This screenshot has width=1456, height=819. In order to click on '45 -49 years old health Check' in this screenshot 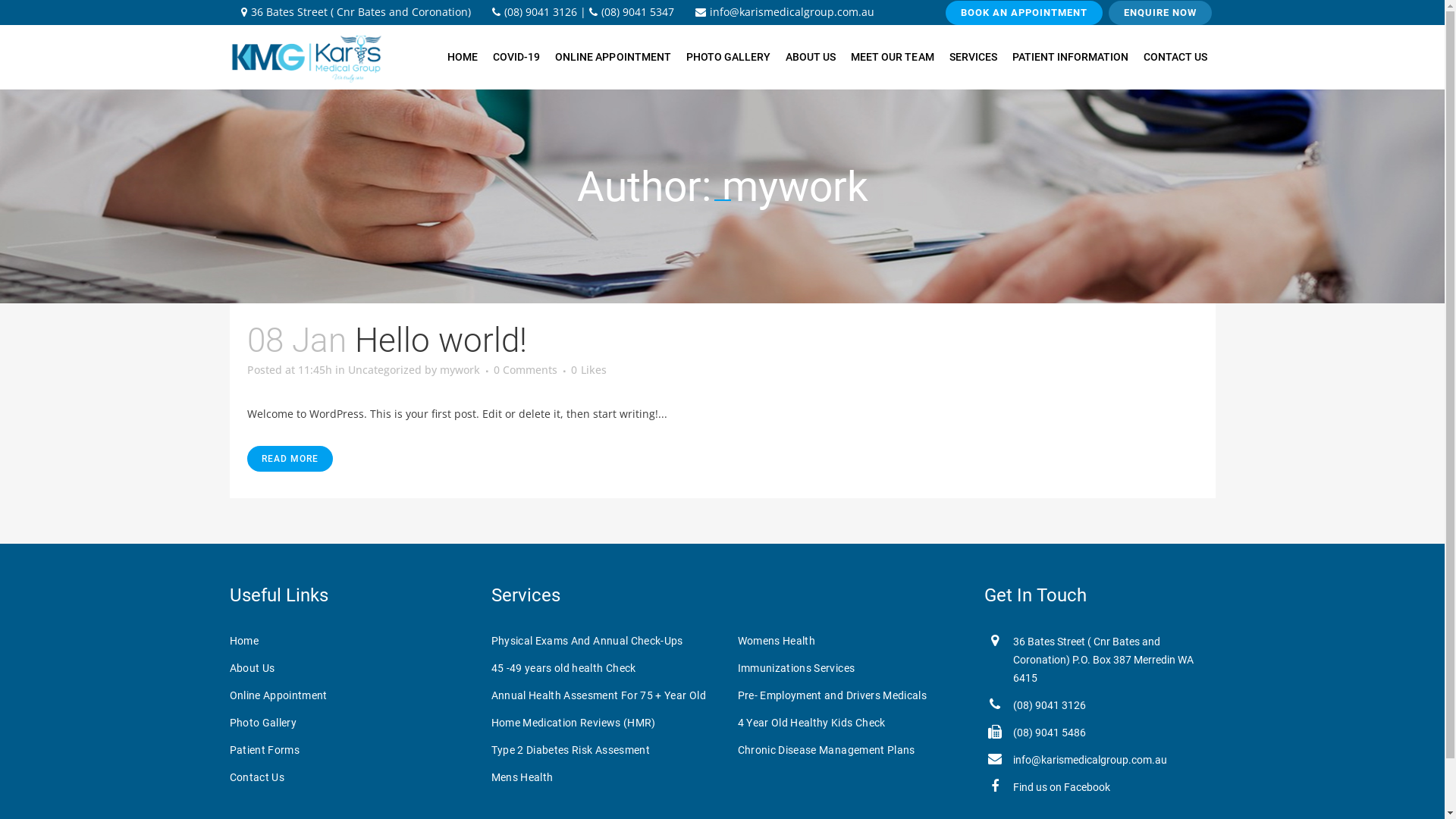, I will do `click(602, 667)`.